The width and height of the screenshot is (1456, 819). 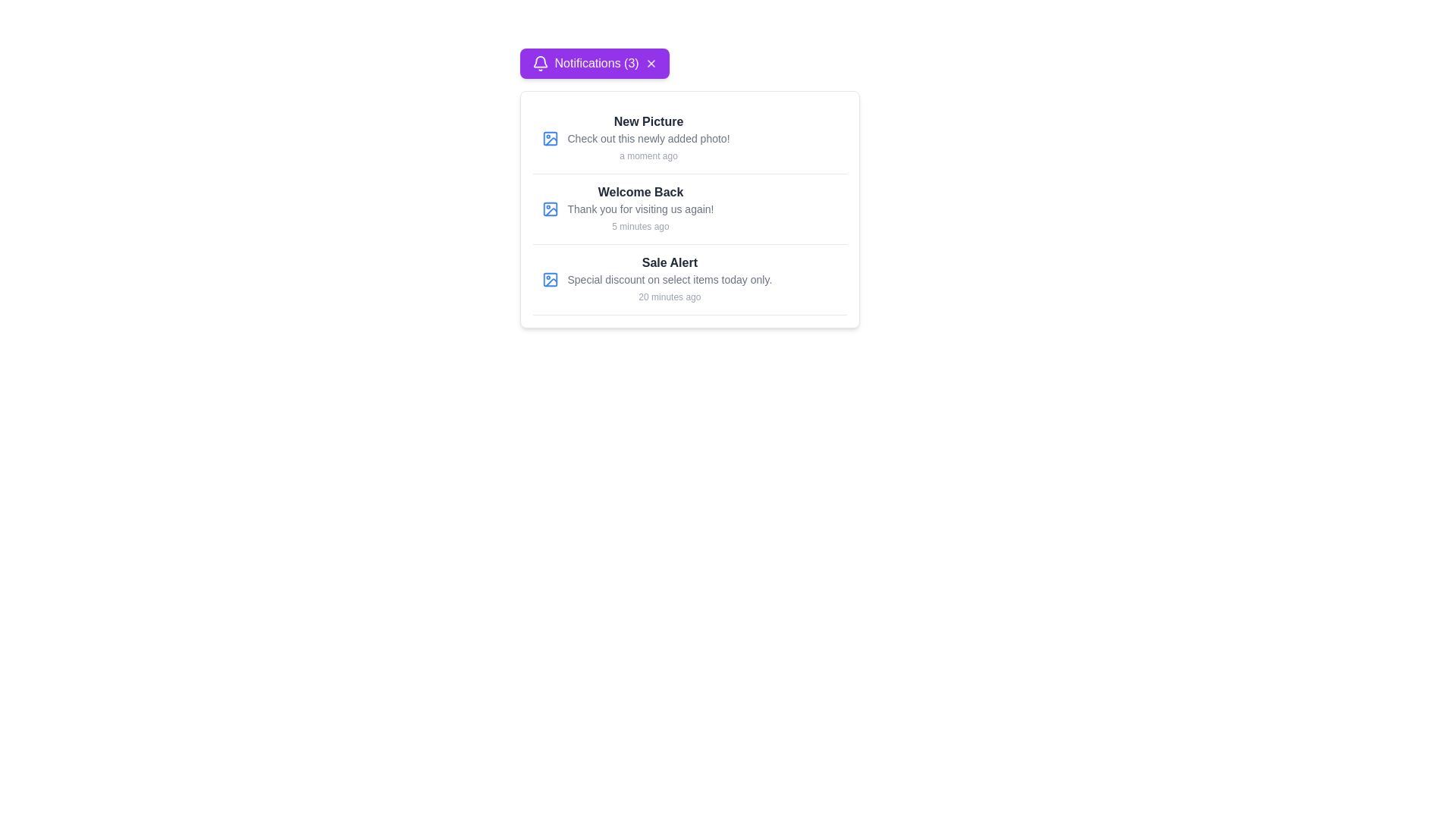 What do you see at coordinates (549, 209) in the screenshot?
I see `the vector graphic component that represents an image icon within the 'Welcome Back' notification entry, which is the second item in the notifications list` at bounding box center [549, 209].